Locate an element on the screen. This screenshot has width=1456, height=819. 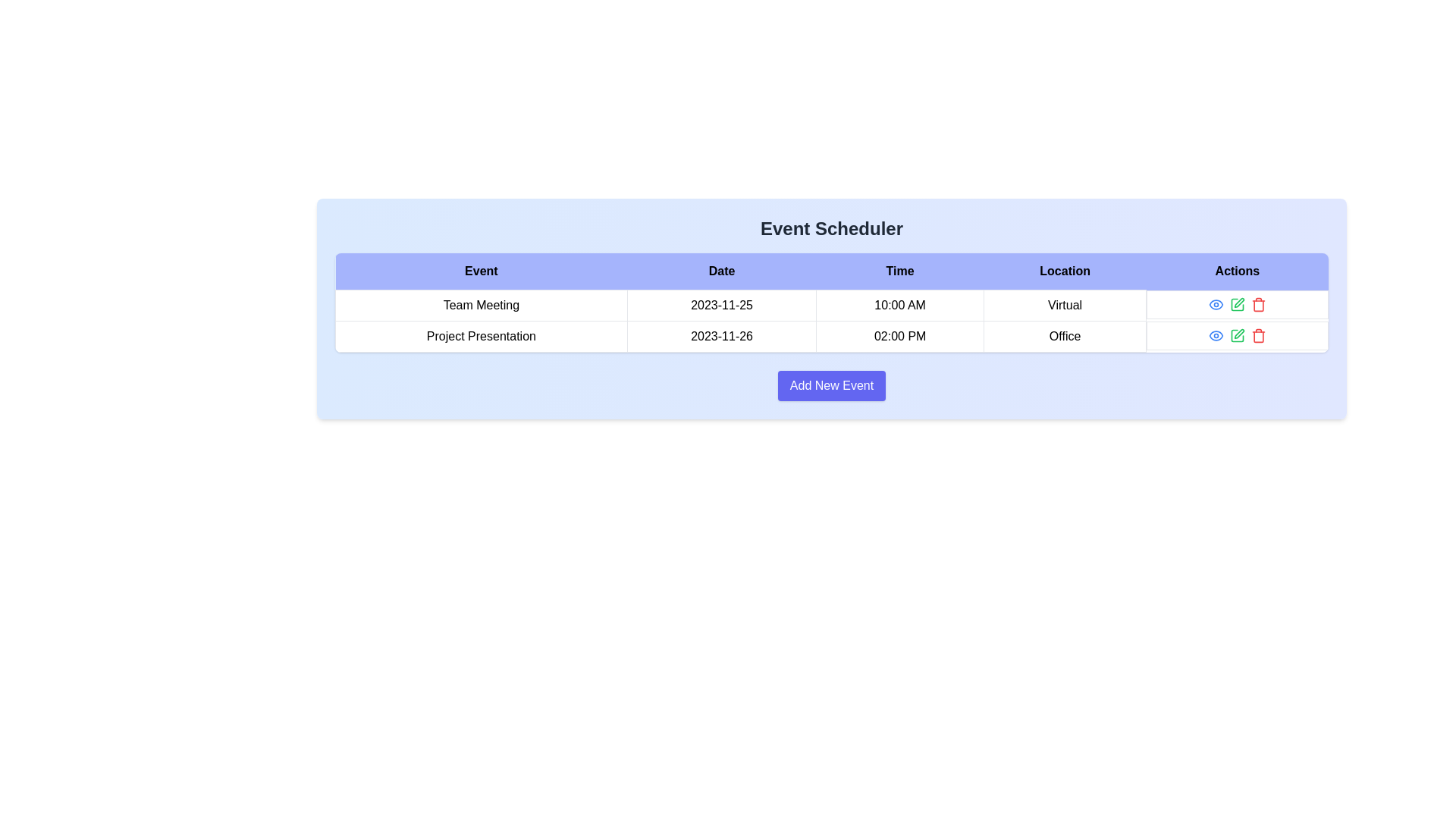
the delete button located in the 'Actions' column of the second row of the table for the 'Project Presentation' entry to indicate its interactivity is located at coordinates (1259, 304).